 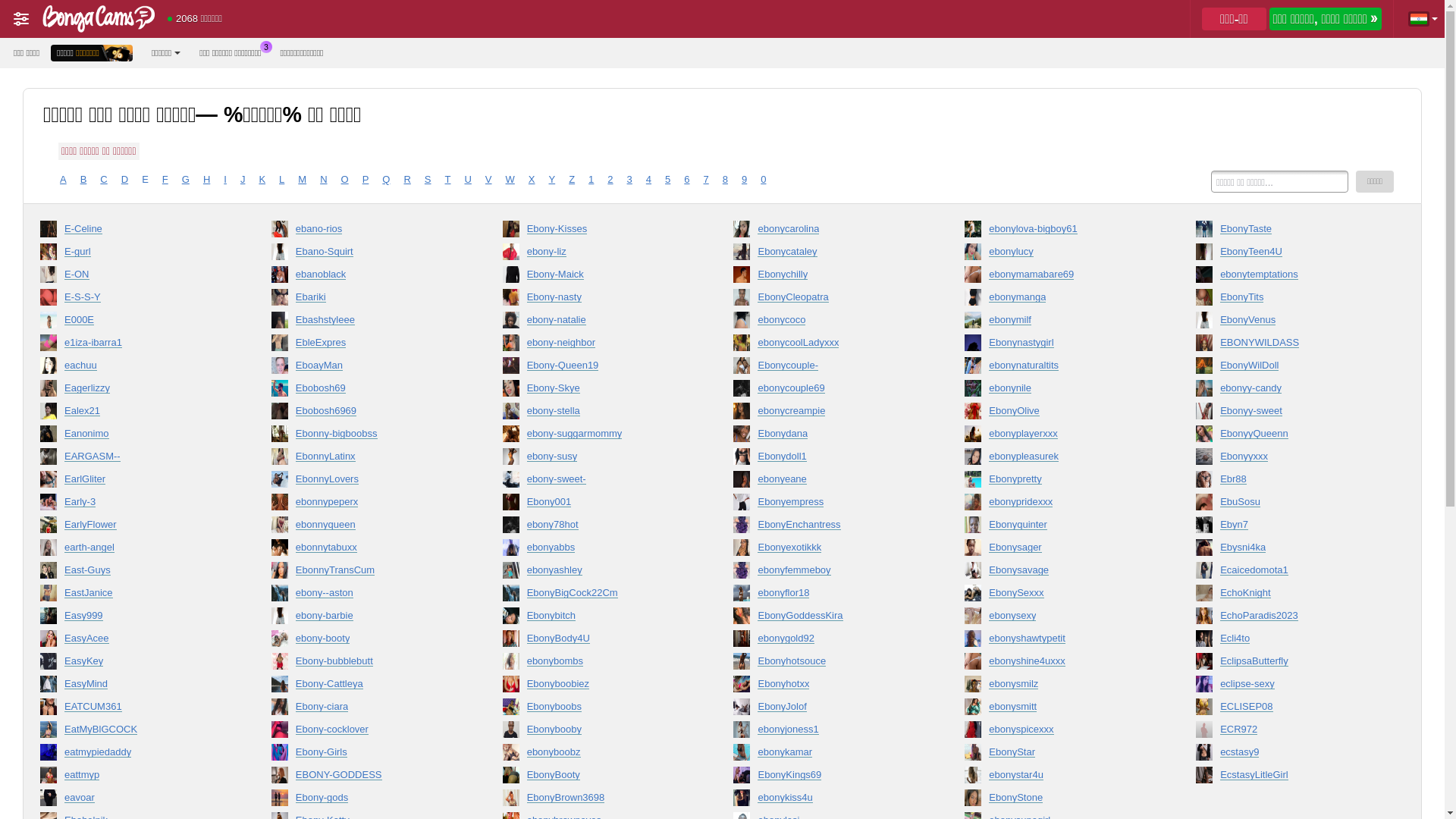 I want to click on 'Ebony001', so click(x=596, y=505).